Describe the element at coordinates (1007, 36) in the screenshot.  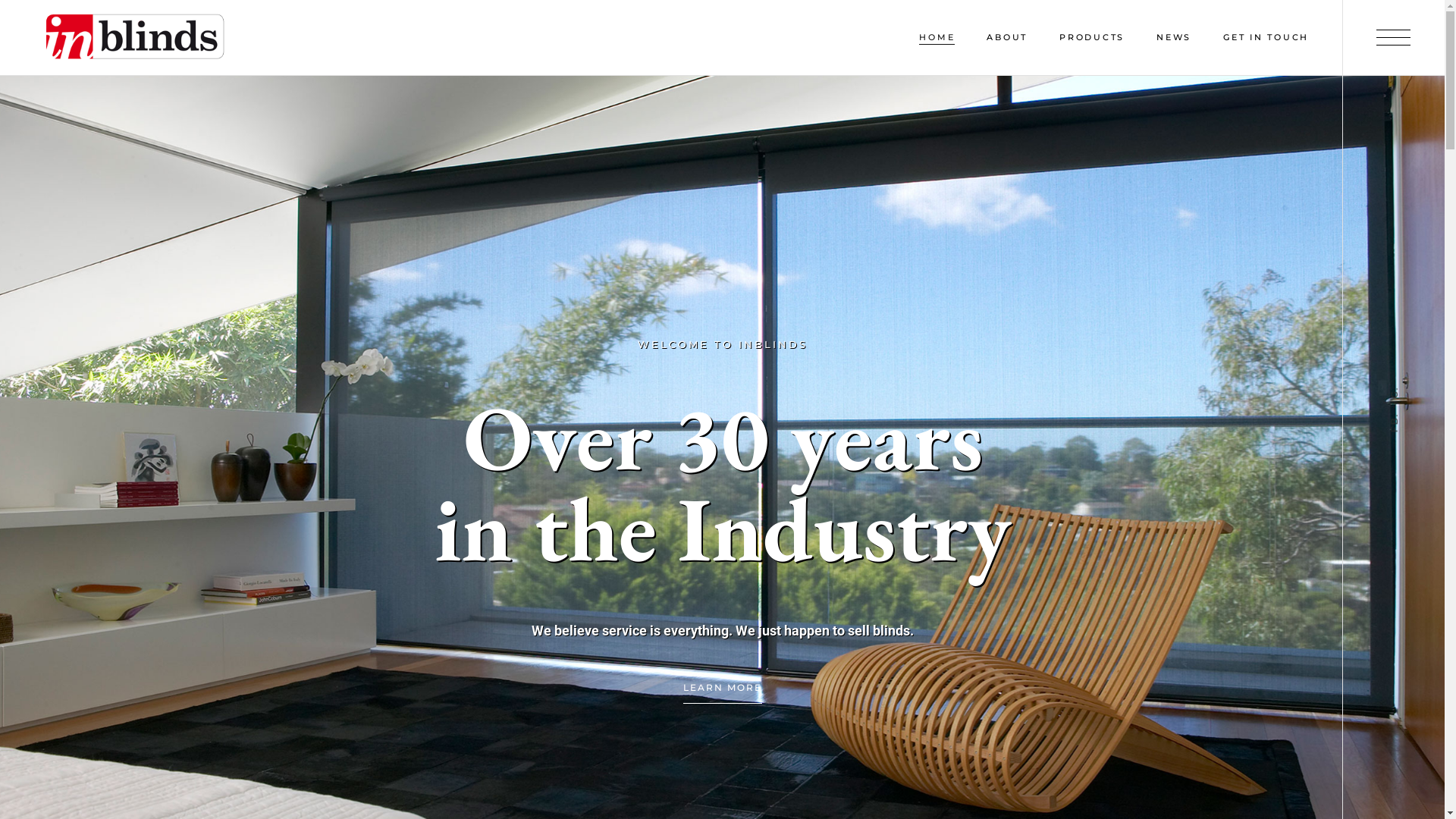
I see `'ABOUT'` at that location.